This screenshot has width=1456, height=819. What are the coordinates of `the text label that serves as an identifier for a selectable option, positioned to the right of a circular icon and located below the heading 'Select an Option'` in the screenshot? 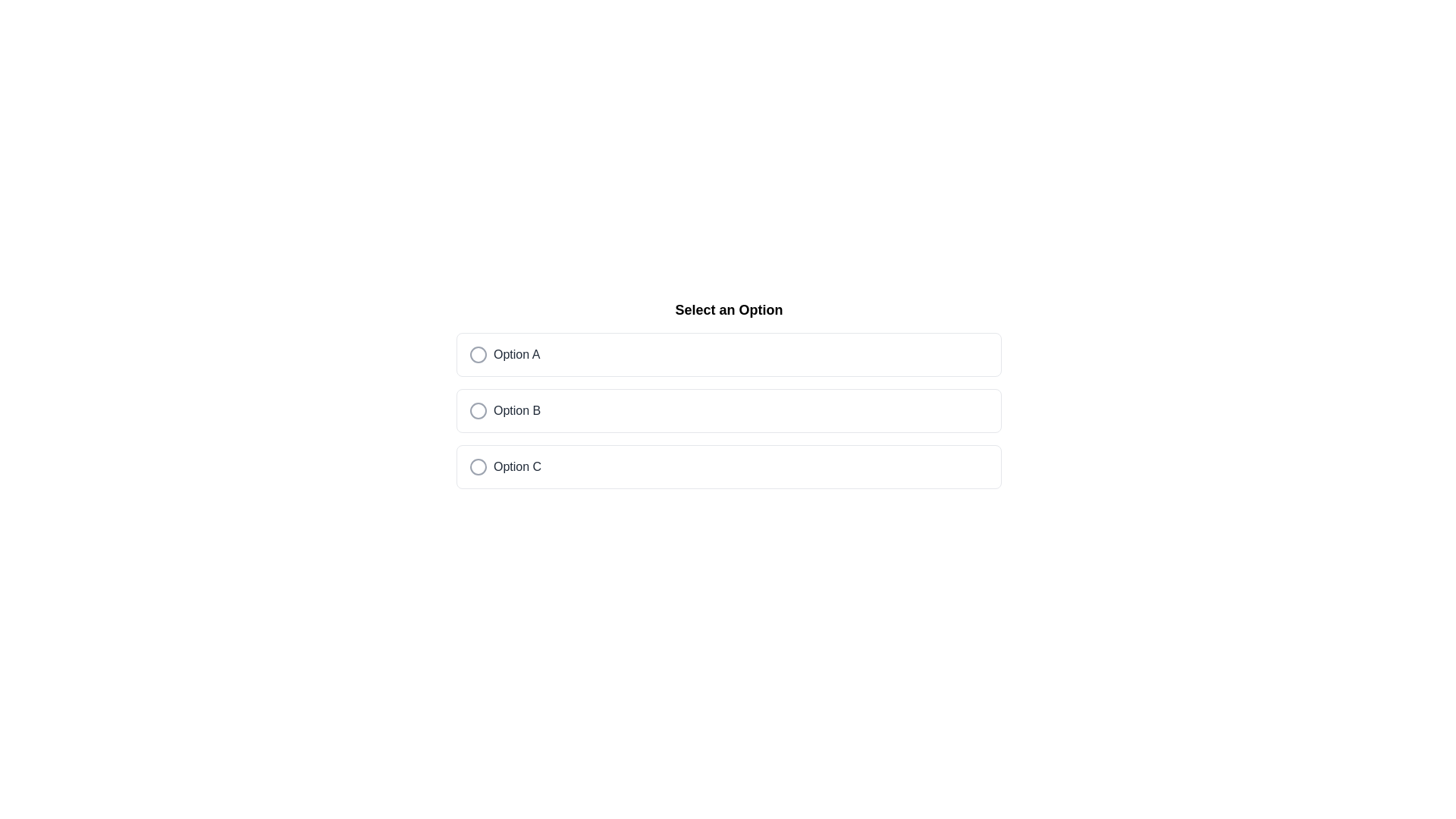 It's located at (517, 411).